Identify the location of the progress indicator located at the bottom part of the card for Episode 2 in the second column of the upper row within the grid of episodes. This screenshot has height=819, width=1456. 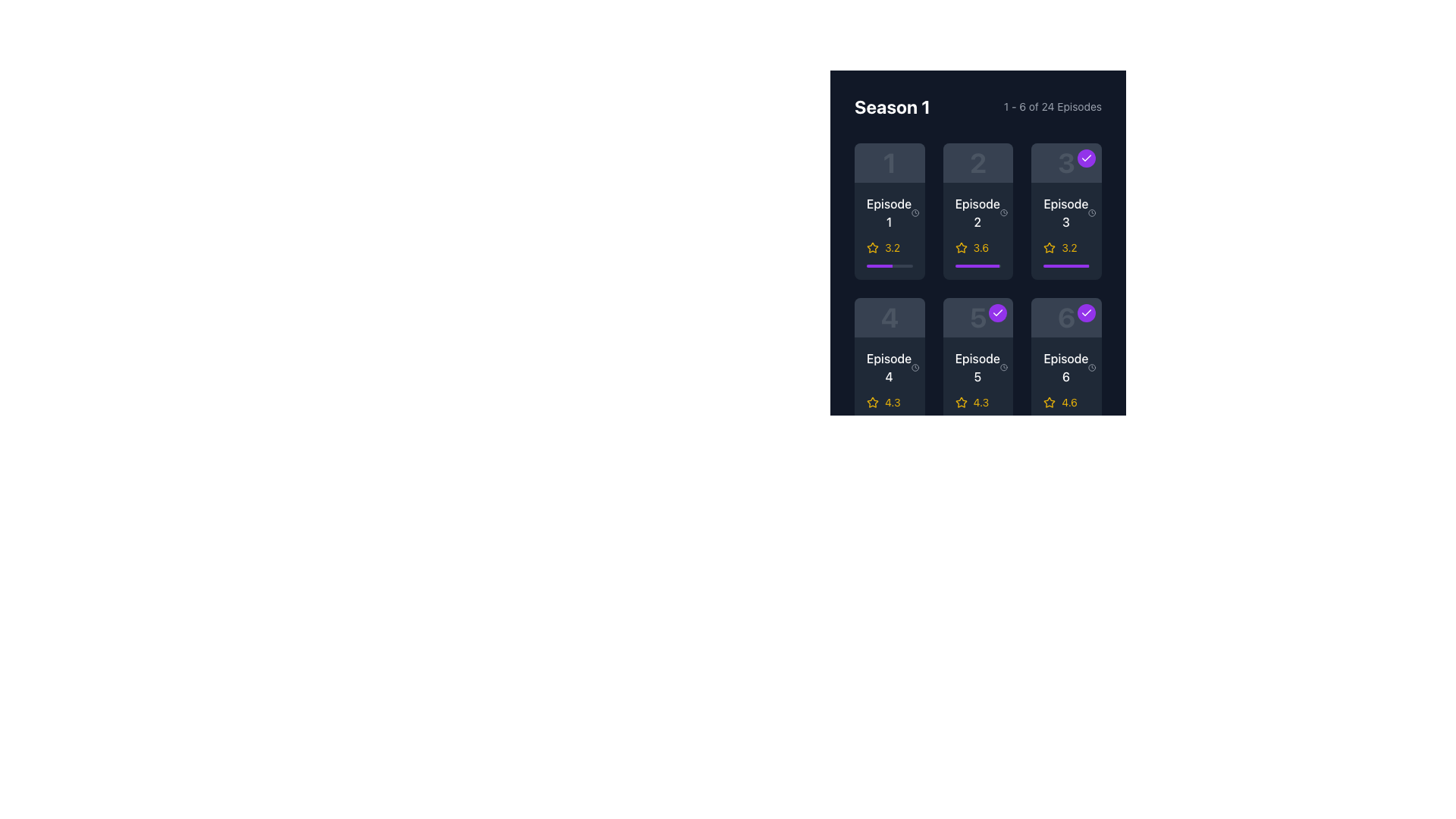
(978, 265).